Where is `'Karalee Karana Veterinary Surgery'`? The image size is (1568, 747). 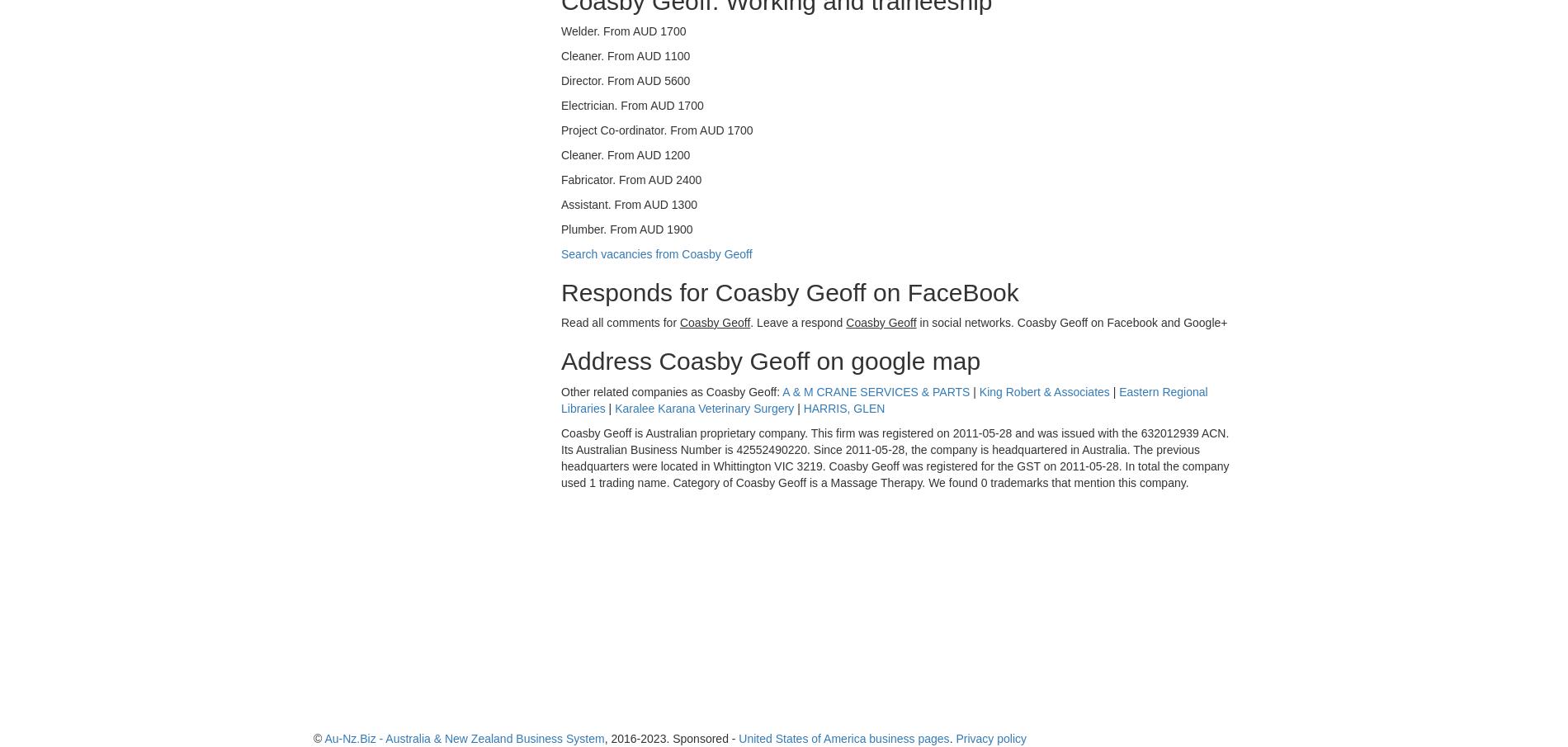
'Karalee Karana Veterinary Surgery' is located at coordinates (703, 408).